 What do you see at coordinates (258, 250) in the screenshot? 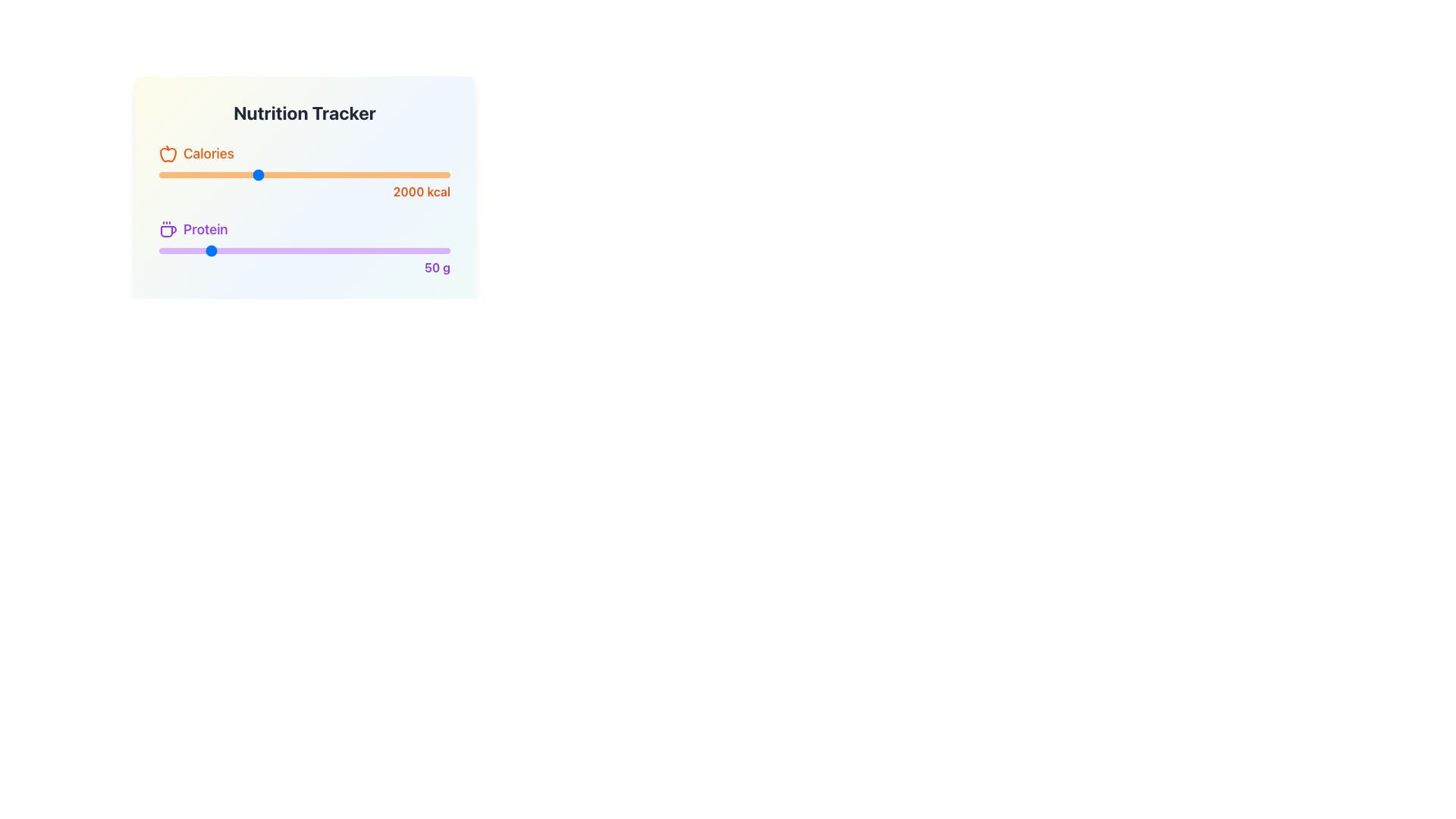
I see `protein quantity` at bounding box center [258, 250].